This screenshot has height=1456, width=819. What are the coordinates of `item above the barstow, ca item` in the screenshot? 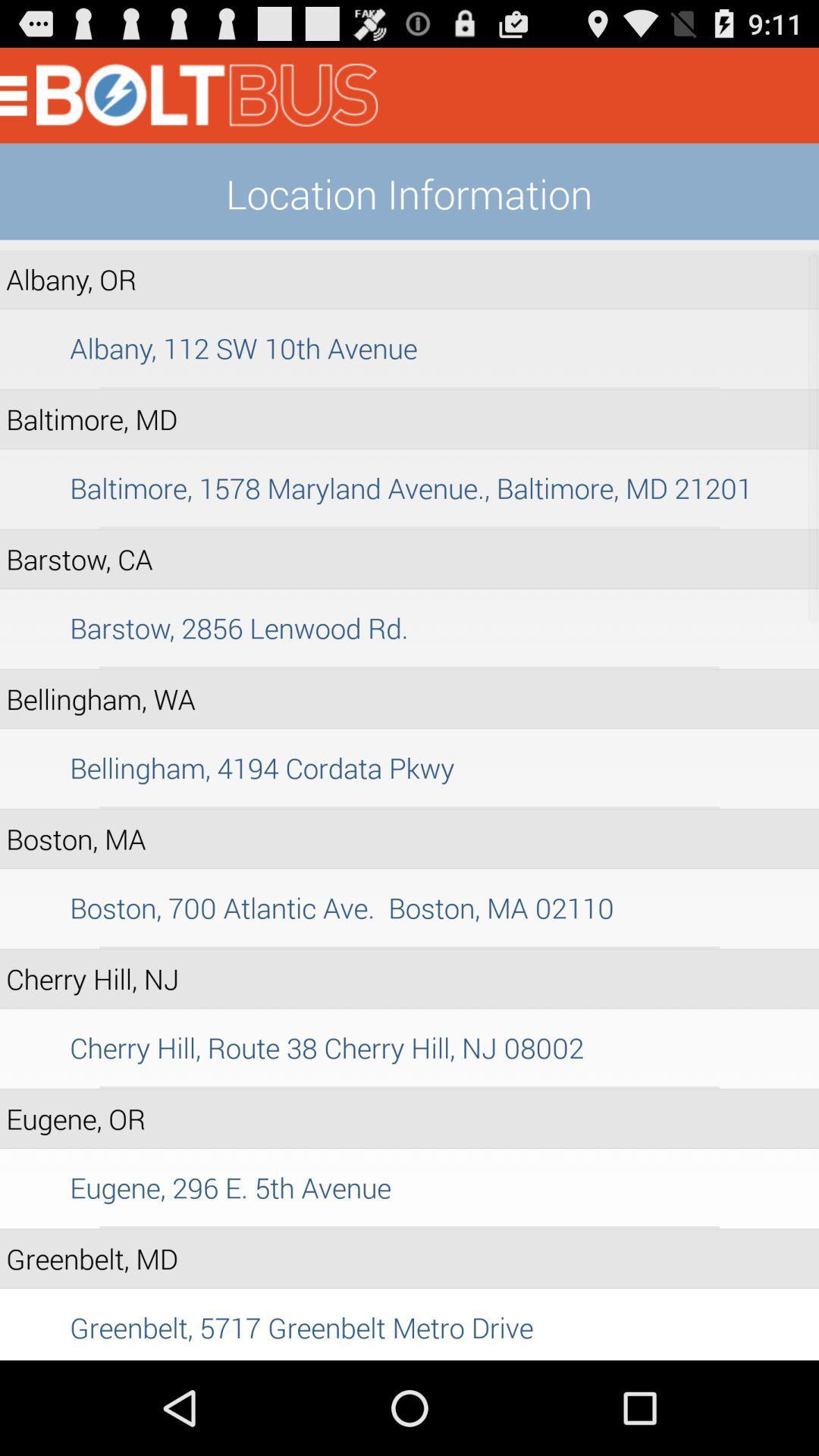 It's located at (409, 528).